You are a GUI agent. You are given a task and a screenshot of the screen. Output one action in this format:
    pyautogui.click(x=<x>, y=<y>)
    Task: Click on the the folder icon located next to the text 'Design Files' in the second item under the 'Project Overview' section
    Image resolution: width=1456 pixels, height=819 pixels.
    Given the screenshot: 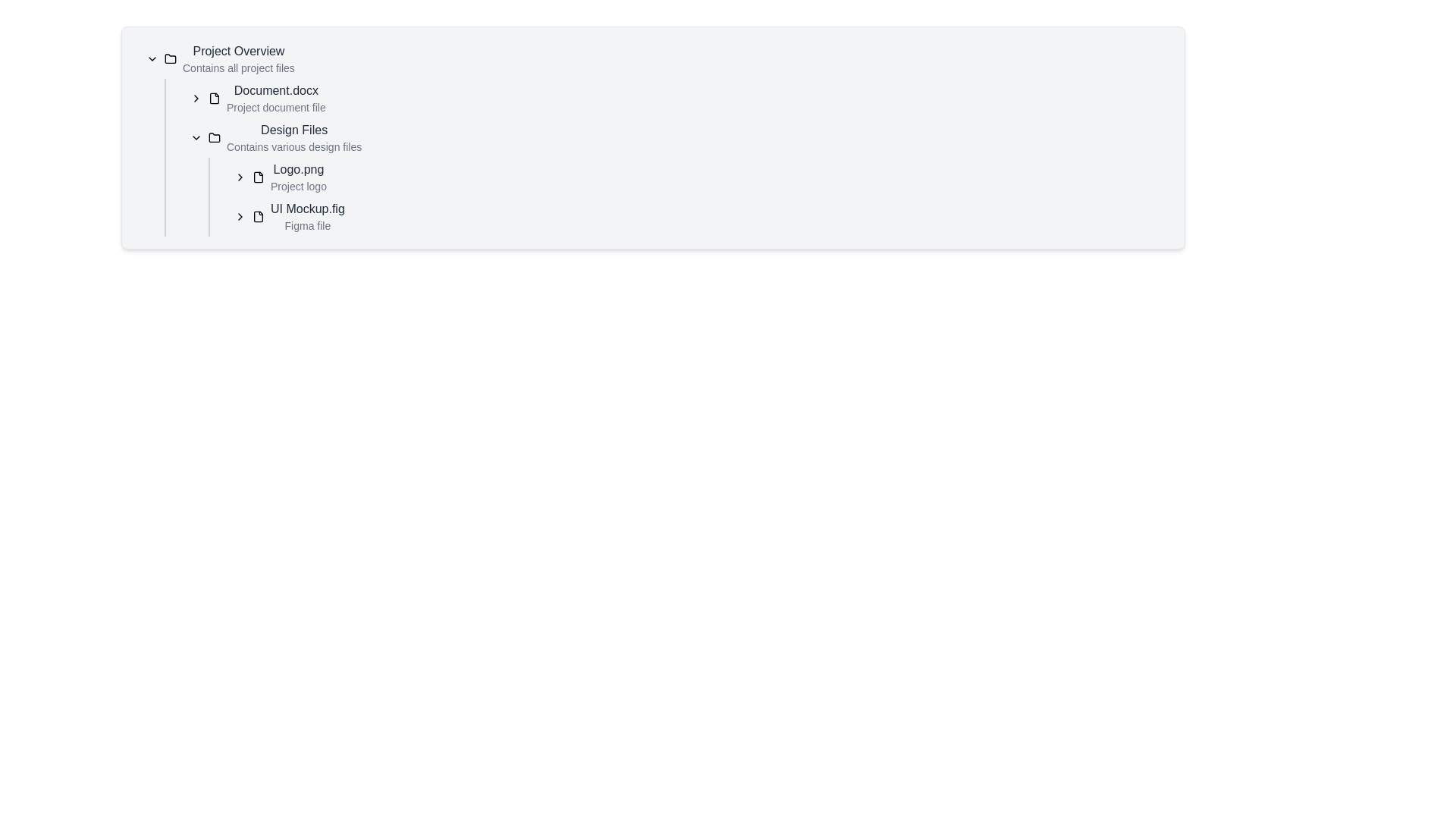 What is the action you would take?
    pyautogui.click(x=214, y=137)
    